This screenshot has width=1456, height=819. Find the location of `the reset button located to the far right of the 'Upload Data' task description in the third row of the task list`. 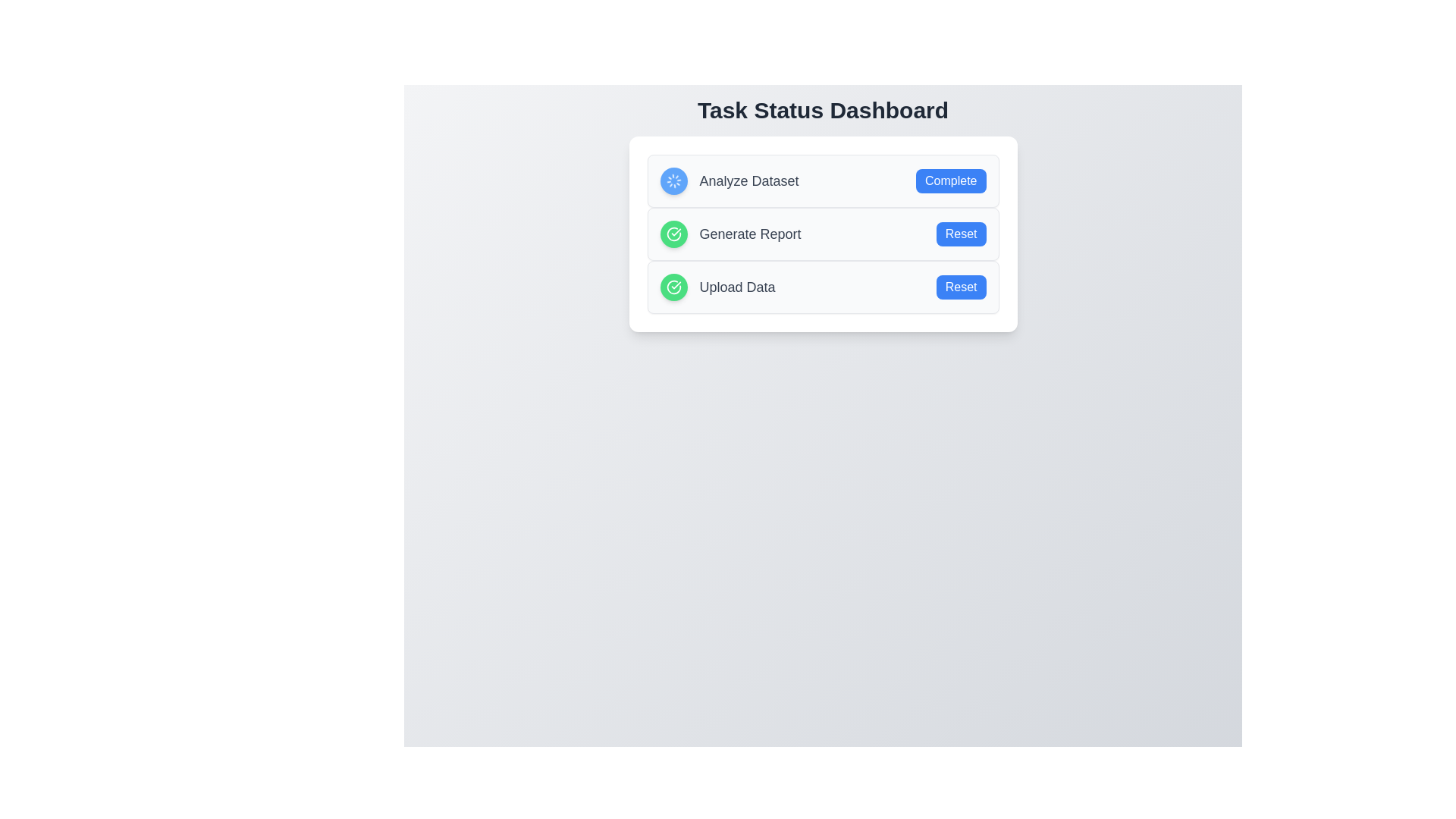

the reset button located to the far right of the 'Upload Data' task description in the third row of the task list is located at coordinates (960, 287).